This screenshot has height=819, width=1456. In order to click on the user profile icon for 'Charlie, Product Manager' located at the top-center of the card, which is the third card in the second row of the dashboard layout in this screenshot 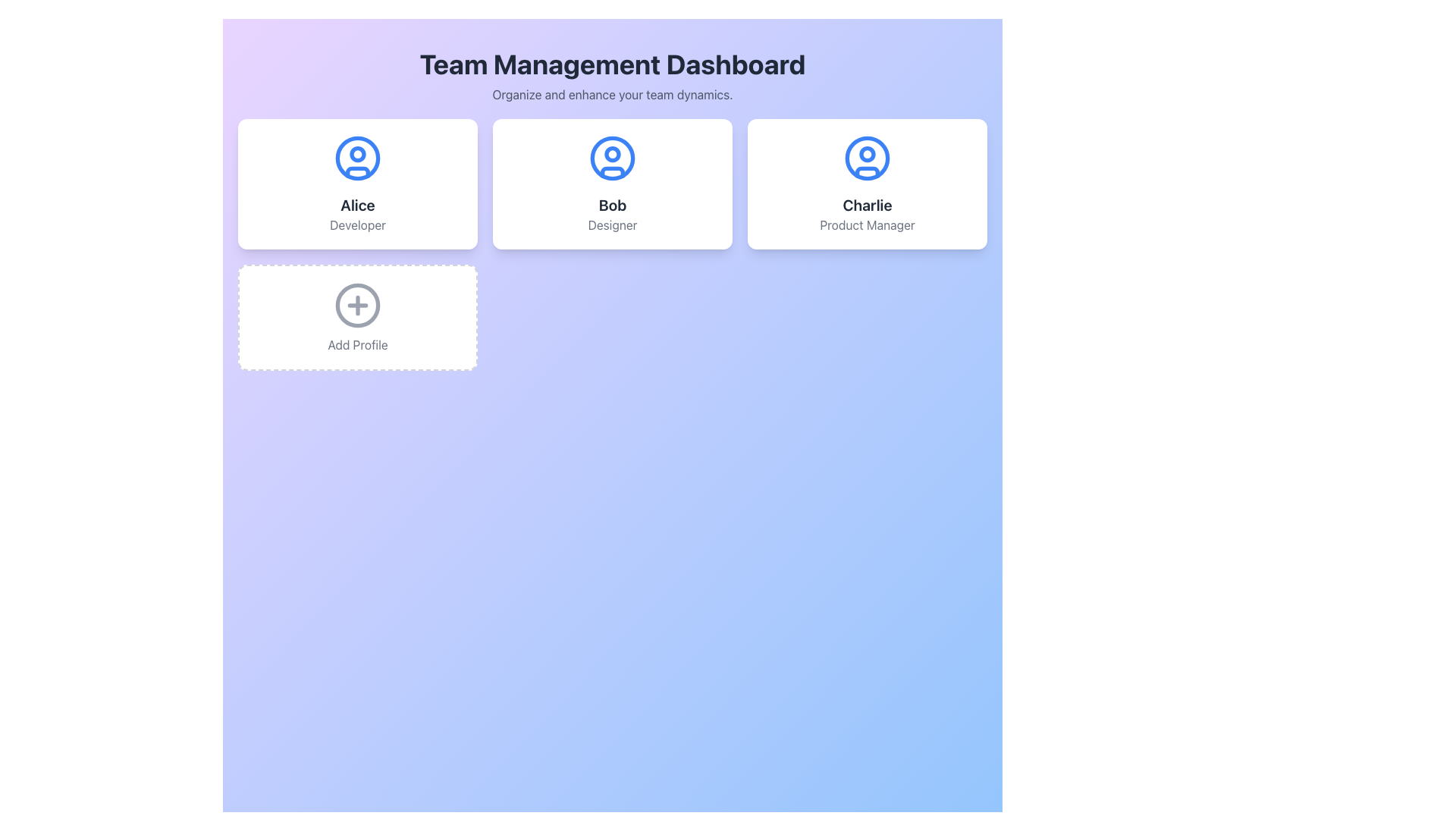, I will do `click(867, 158)`.